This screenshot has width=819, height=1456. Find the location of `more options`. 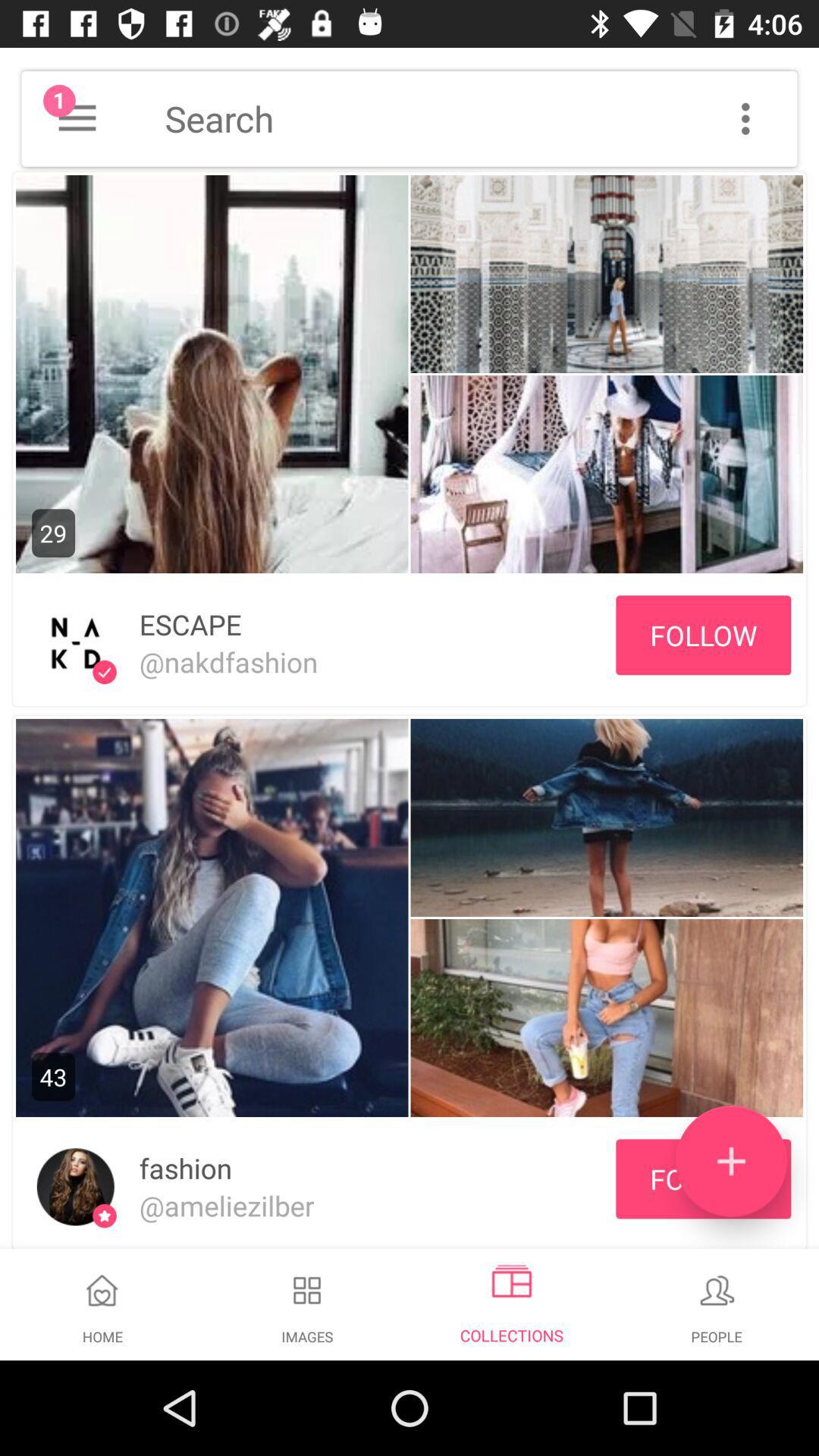

more options is located at coordinates (745, 118).